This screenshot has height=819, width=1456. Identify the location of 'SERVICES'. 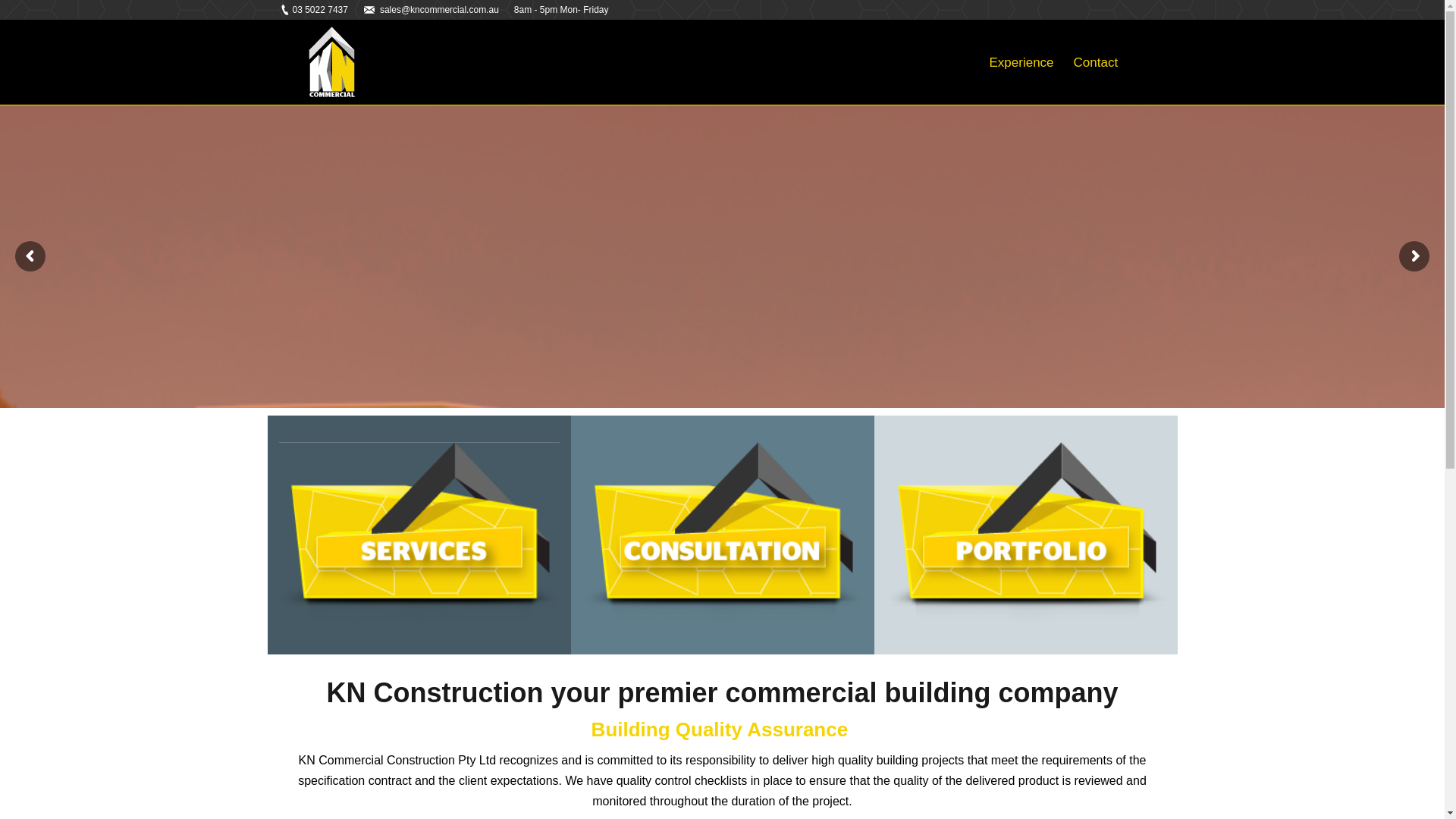
(419, 421).